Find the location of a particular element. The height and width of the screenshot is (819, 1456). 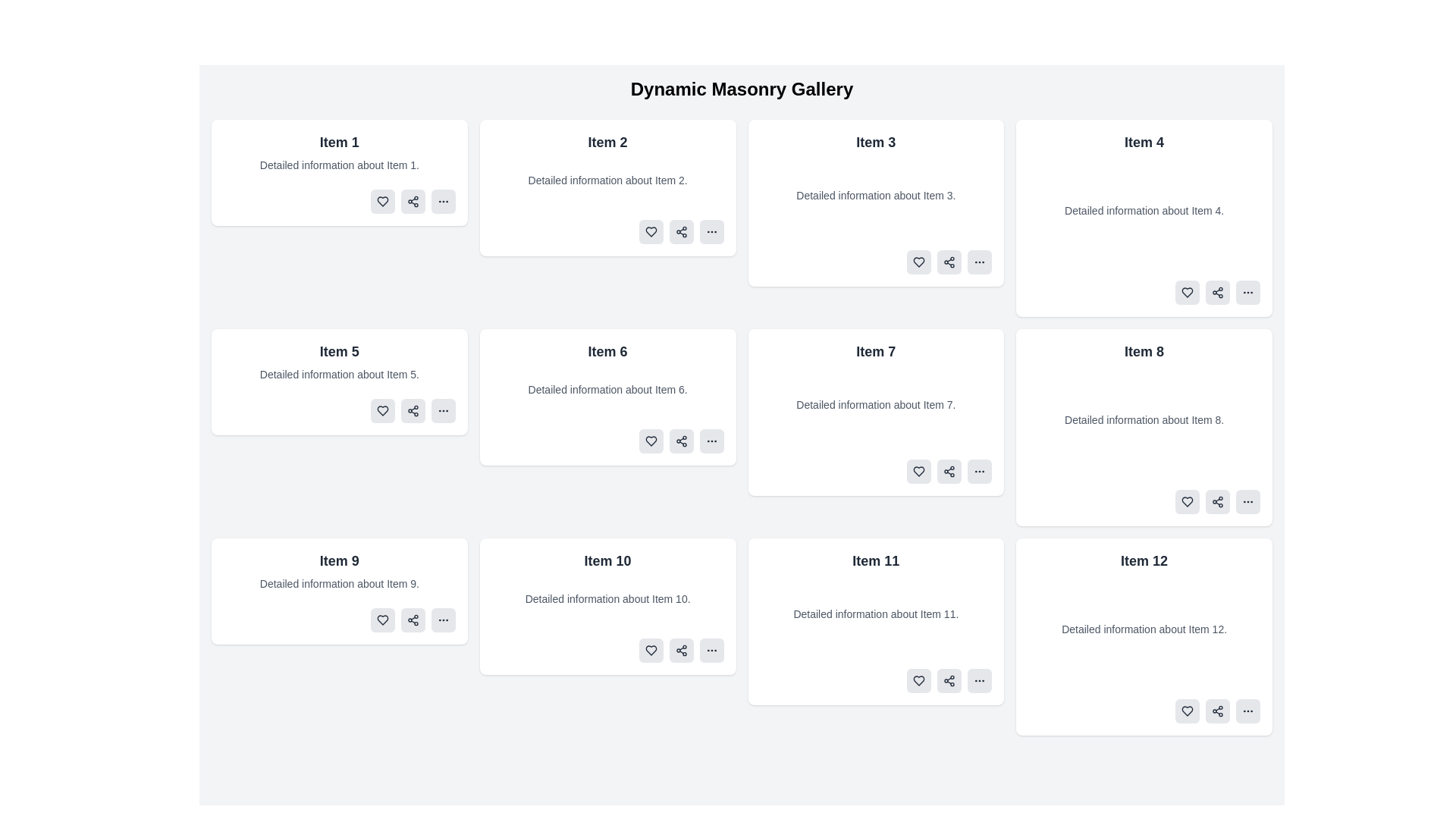

the card located in the top-right position of the masonry grid layout is located at coordinates (1144, 218).